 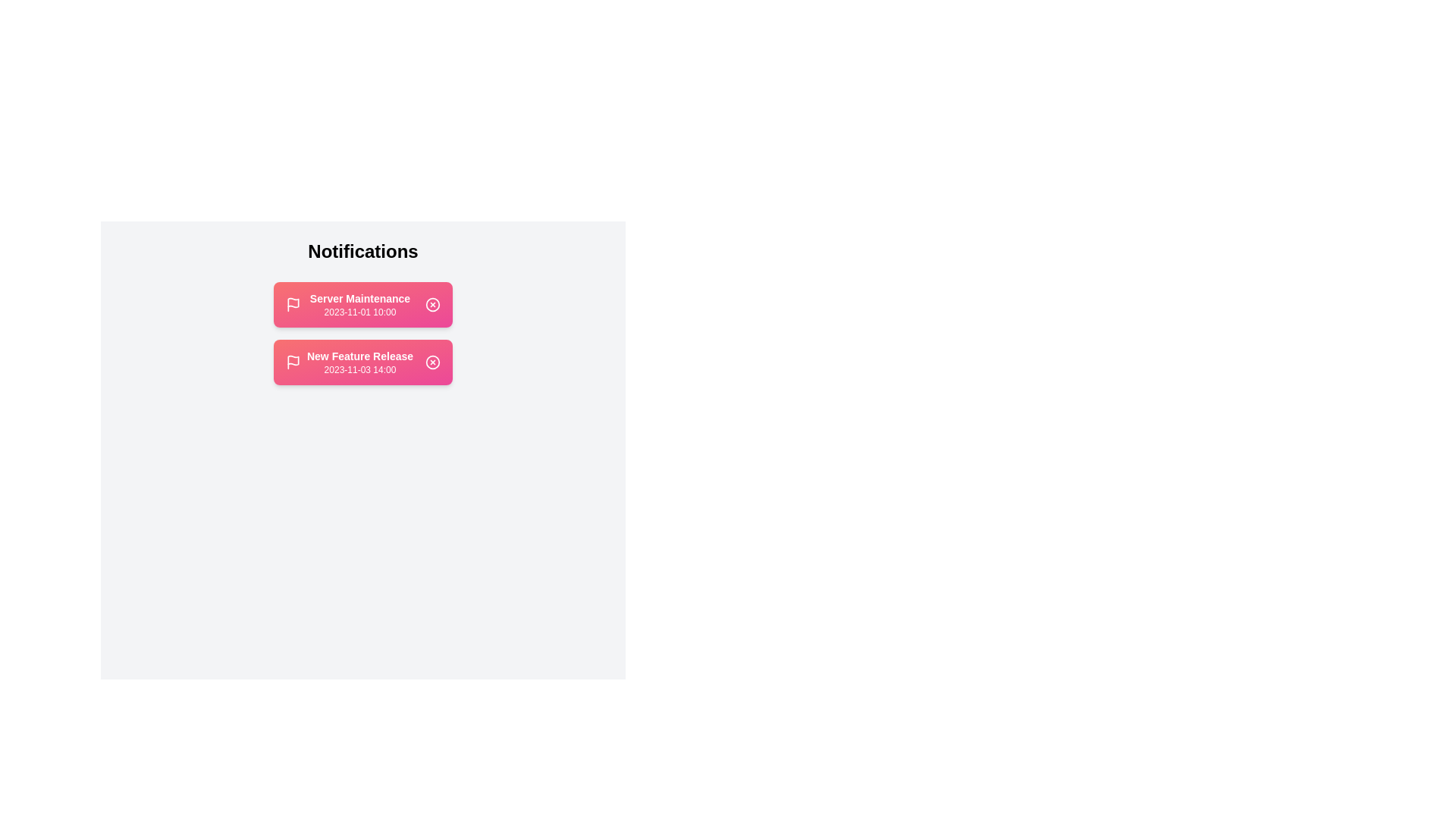 I want to click on remove button for the notification titled 'New Feature Release', so click(x=432, y=362).